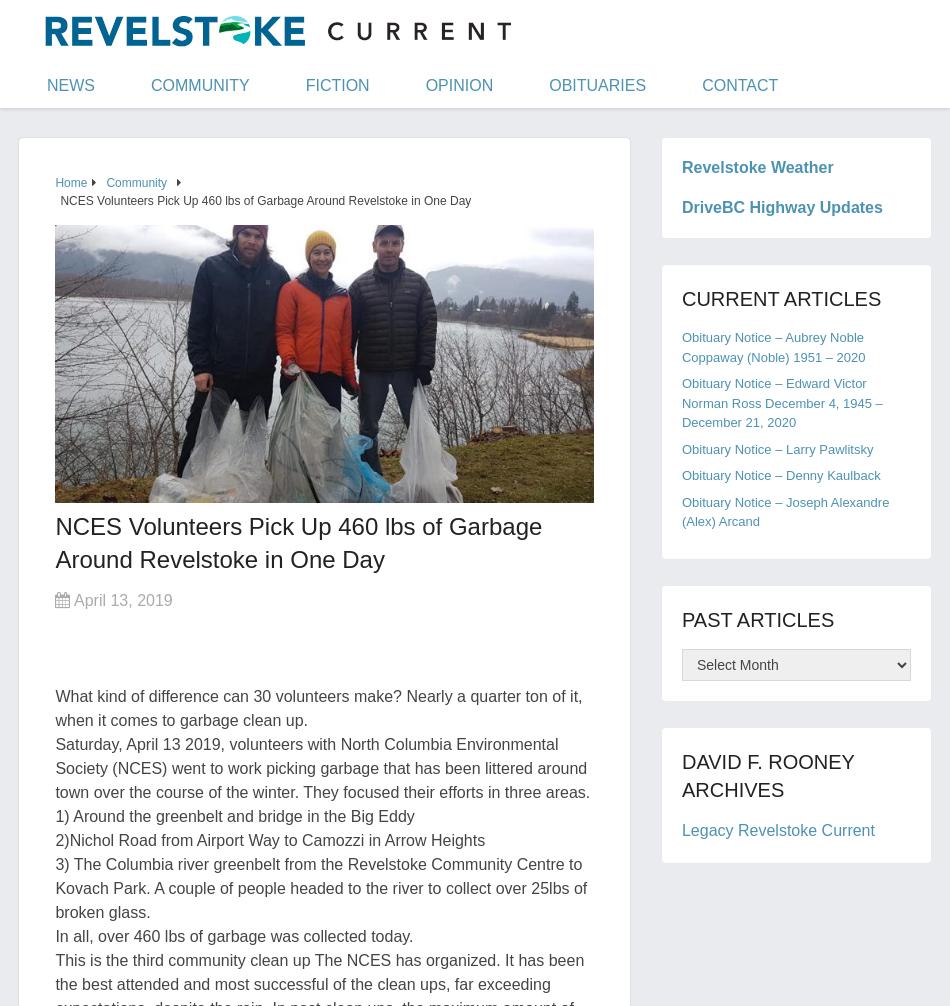 The height and width of the screenshot is (1006, 950). I want to click on 'What kind of difference can 30 volunteers make? Nearly a quarter ton of it, when it comes to garbage clean up.', so click(317, 707).